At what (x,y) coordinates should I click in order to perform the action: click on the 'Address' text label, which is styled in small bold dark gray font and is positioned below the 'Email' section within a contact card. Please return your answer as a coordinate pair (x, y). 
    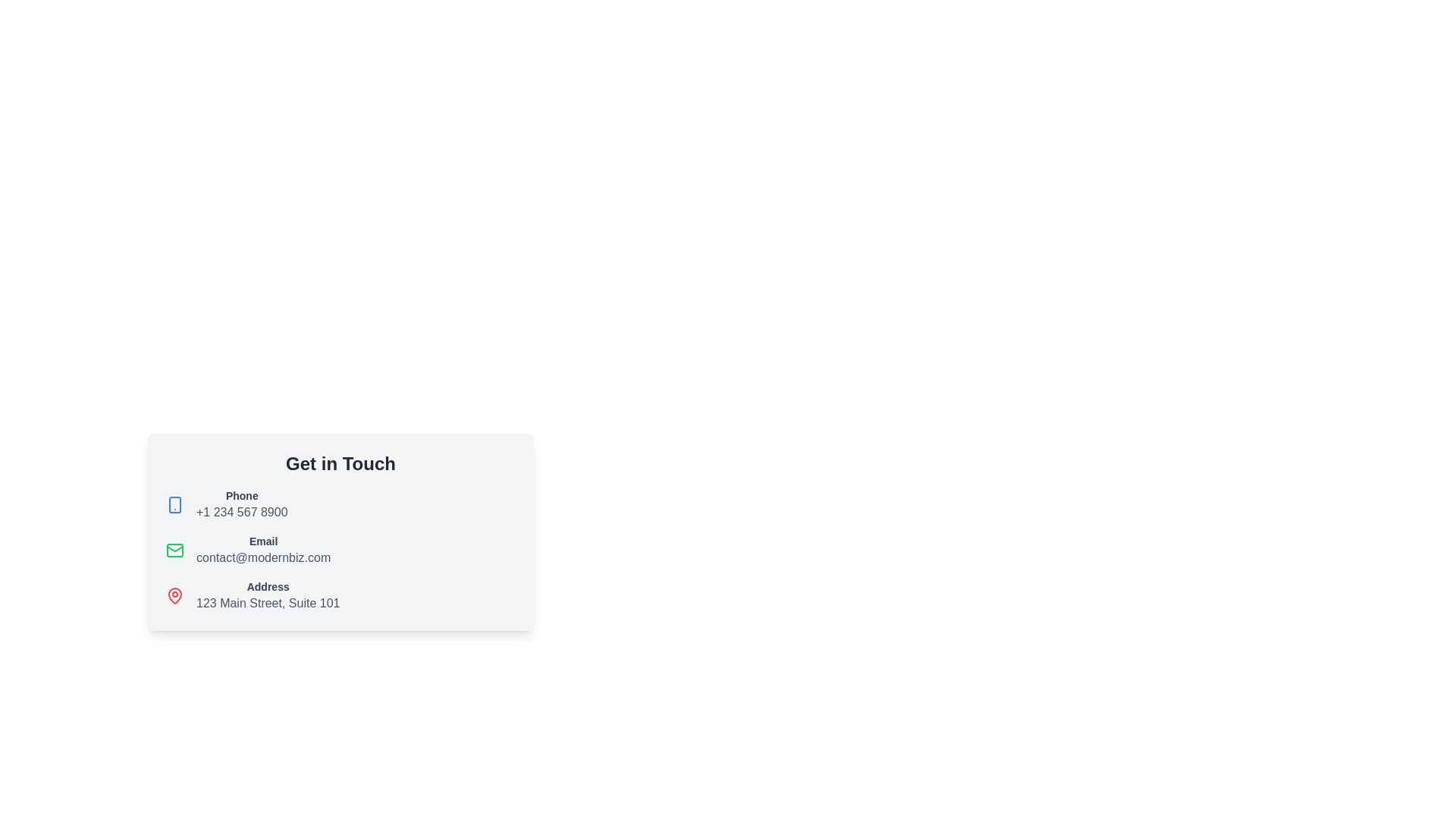
    Looking at the image, I should click on (268, 586).